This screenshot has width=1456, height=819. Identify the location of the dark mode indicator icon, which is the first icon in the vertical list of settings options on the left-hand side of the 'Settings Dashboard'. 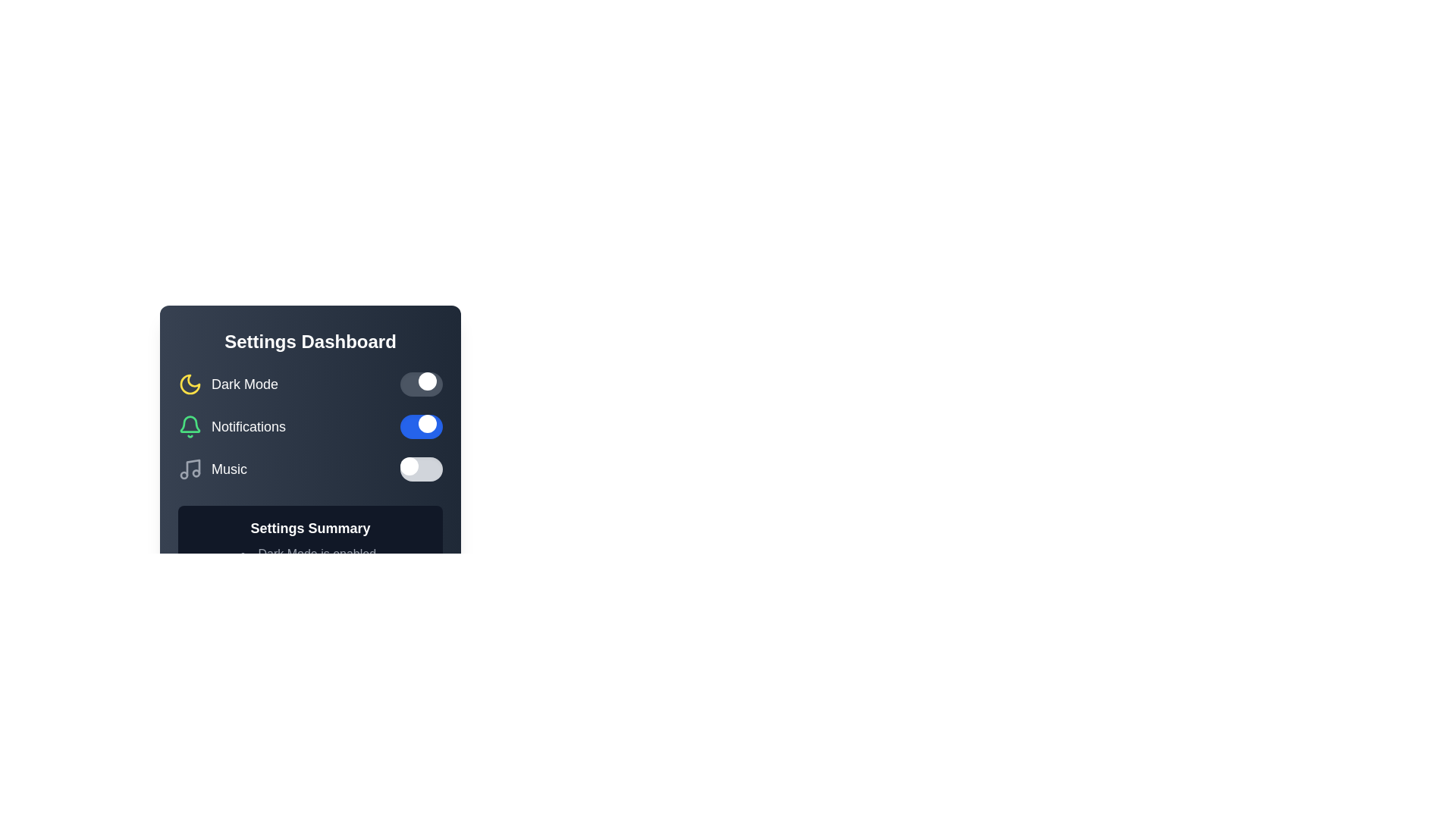
(189, 383).